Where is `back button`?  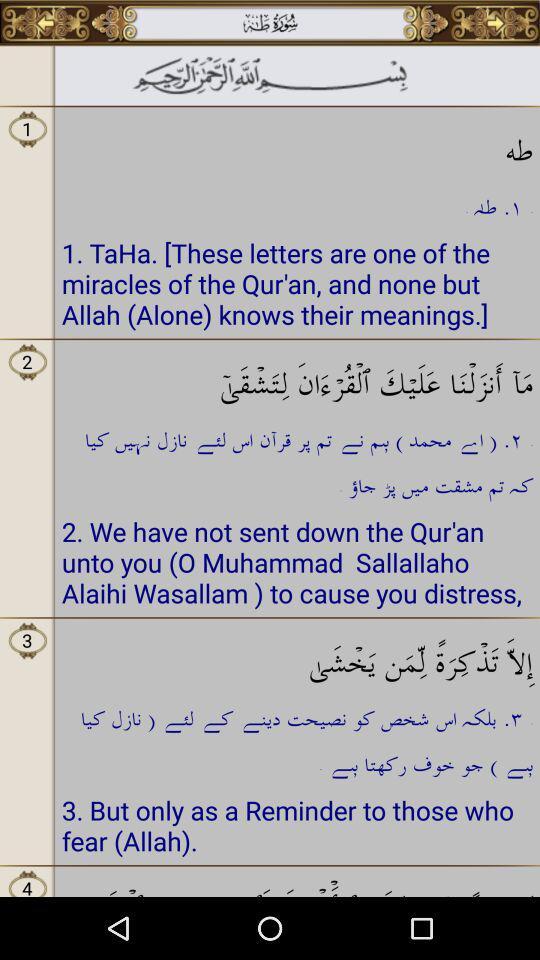
back button is located at coordinates (45, 22).